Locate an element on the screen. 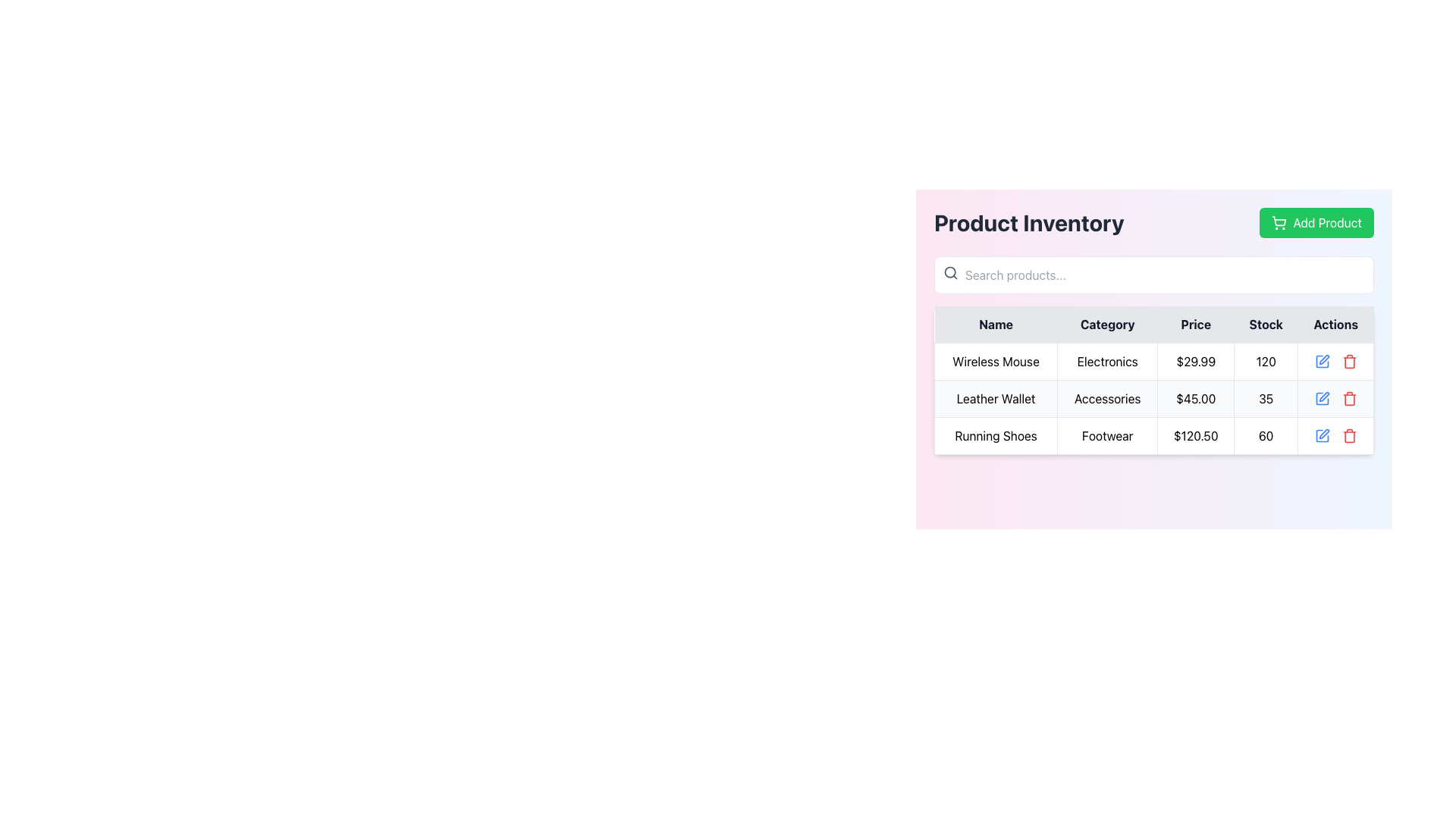  the 'Name' table header which is displayed in bold dark text on a gray background, located in the top-left corner of the table is located at coordinates (996, 324).